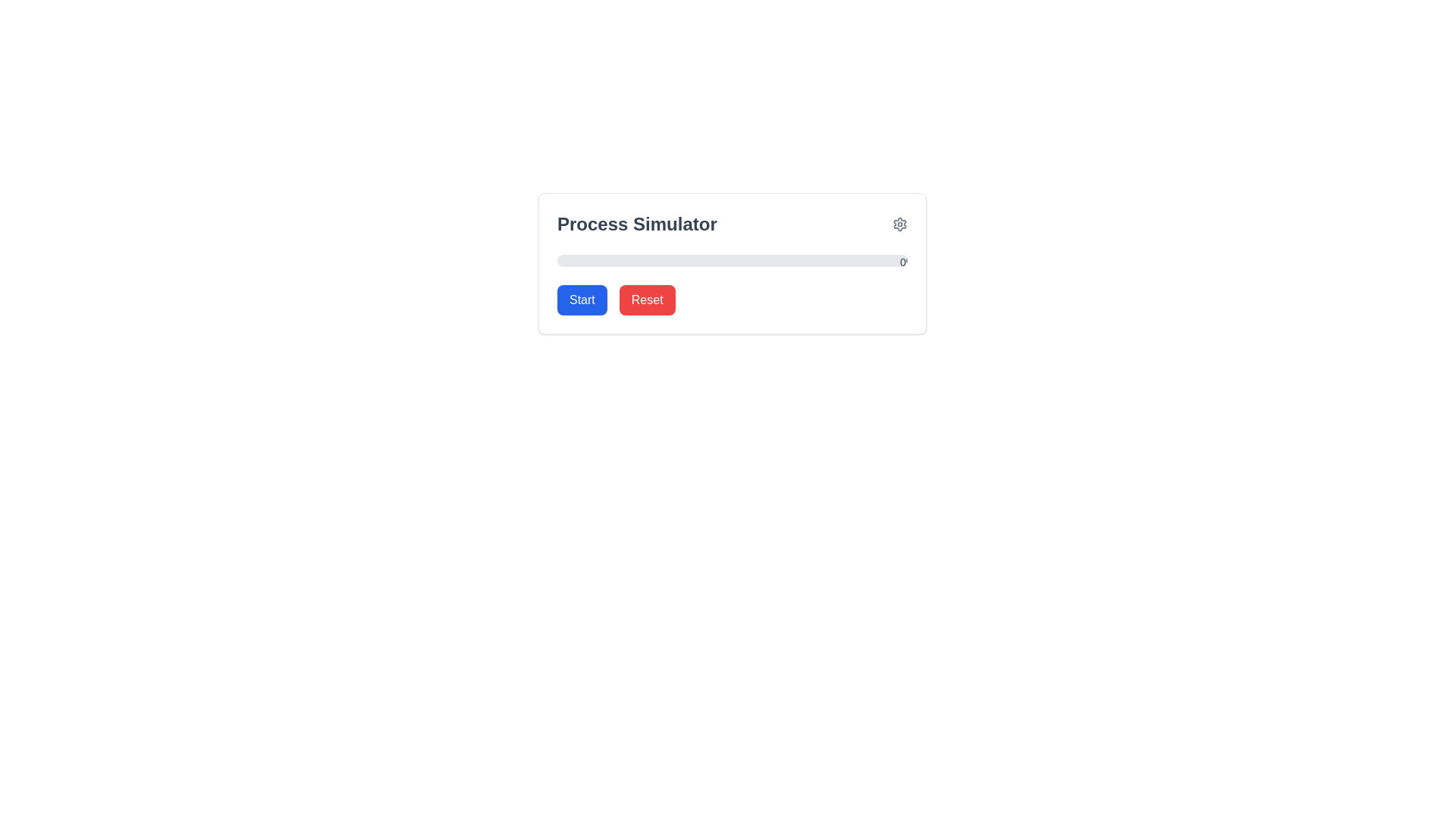  I want to click on the gray gear-shaped settings icon located at the far right in the row with the 'Process Simulator' title, so click(899, 224).